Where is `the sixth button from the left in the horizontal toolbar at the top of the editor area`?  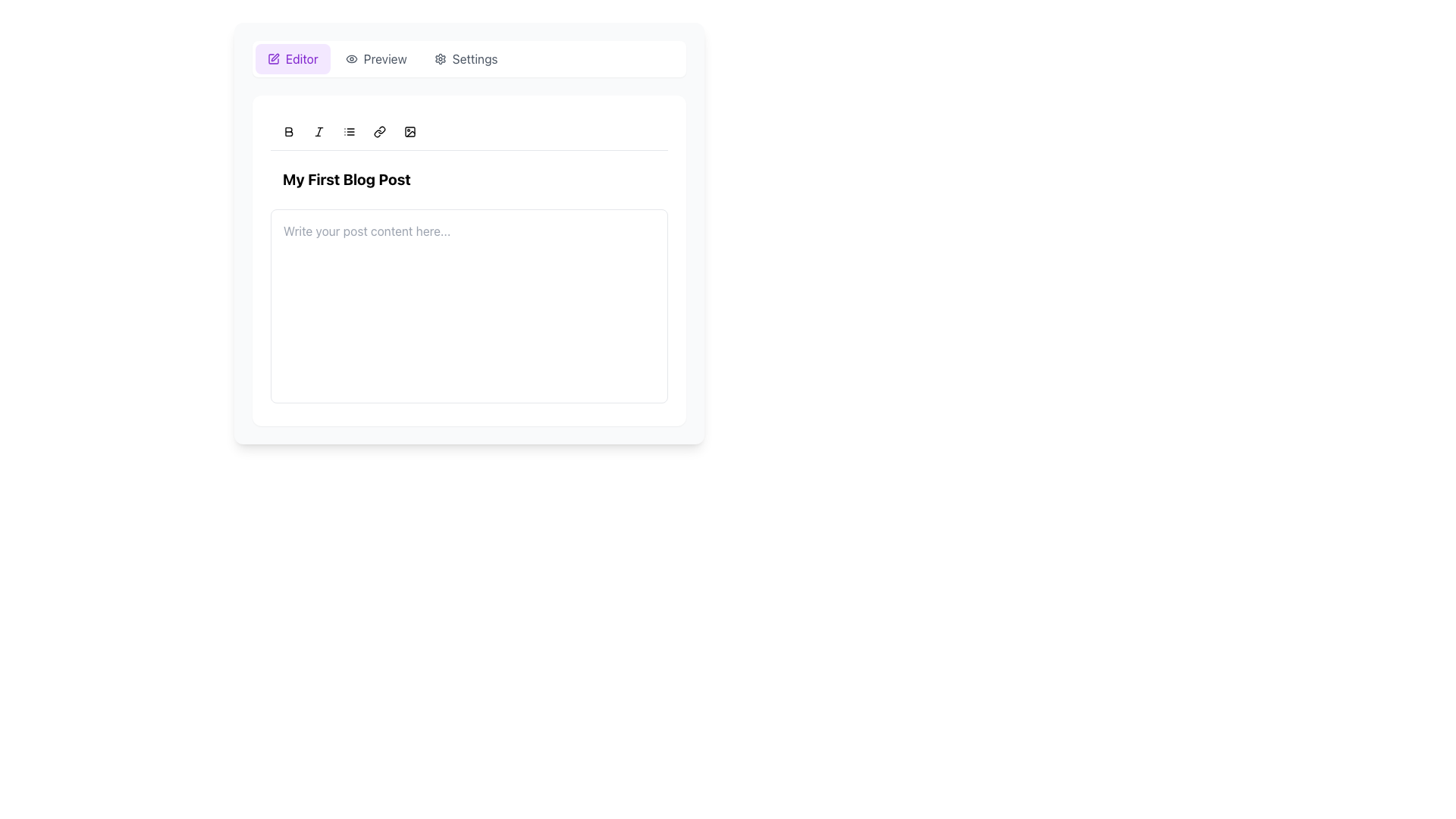 the sixth button from the left in the horizontal toolbar at the top of the editor area is located at coordinates (410, 130).